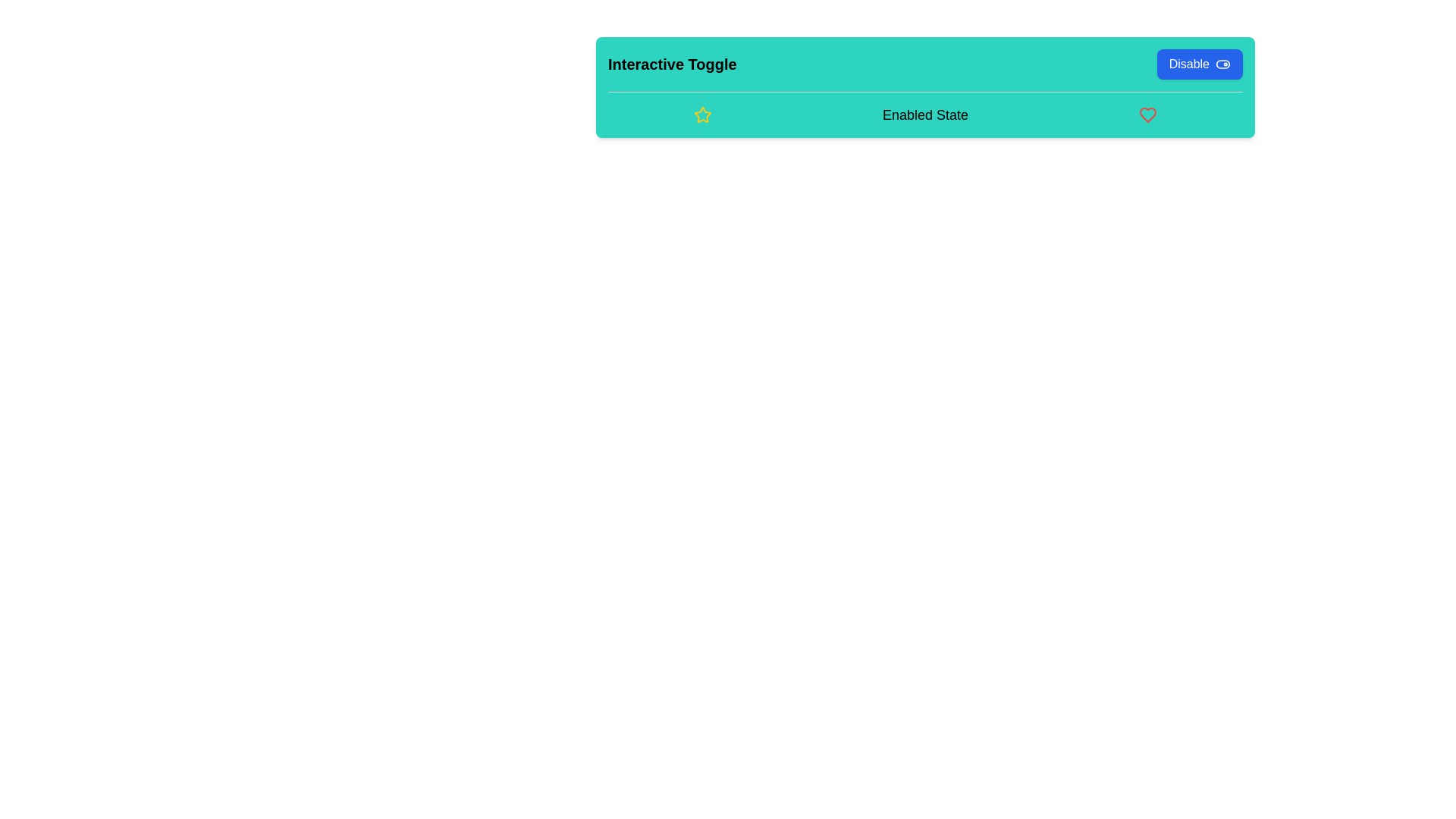 This screenshot has height=819, width=1456. I want to click on the toggle button located to the right of the text 'Interactive Toggle' to observe its hover effect, so click(1199, 63).